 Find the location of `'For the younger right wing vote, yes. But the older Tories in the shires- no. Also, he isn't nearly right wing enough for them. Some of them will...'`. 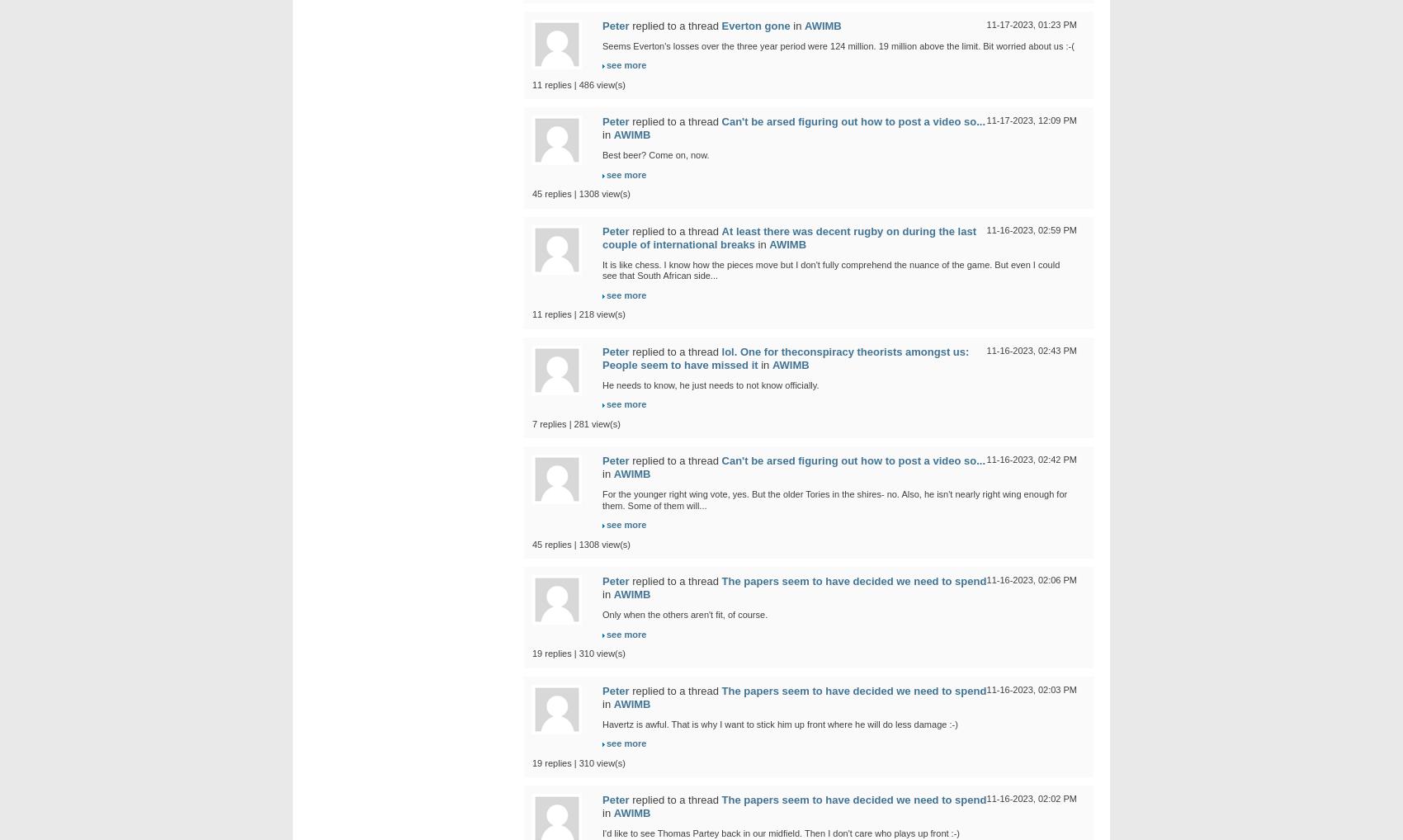

'For the younger right wing vote, yes. But the older Tories in the shires- no. Also, he isn't nearly right wing enough for them. Some of them will...' is located at coordinates (834, 499).